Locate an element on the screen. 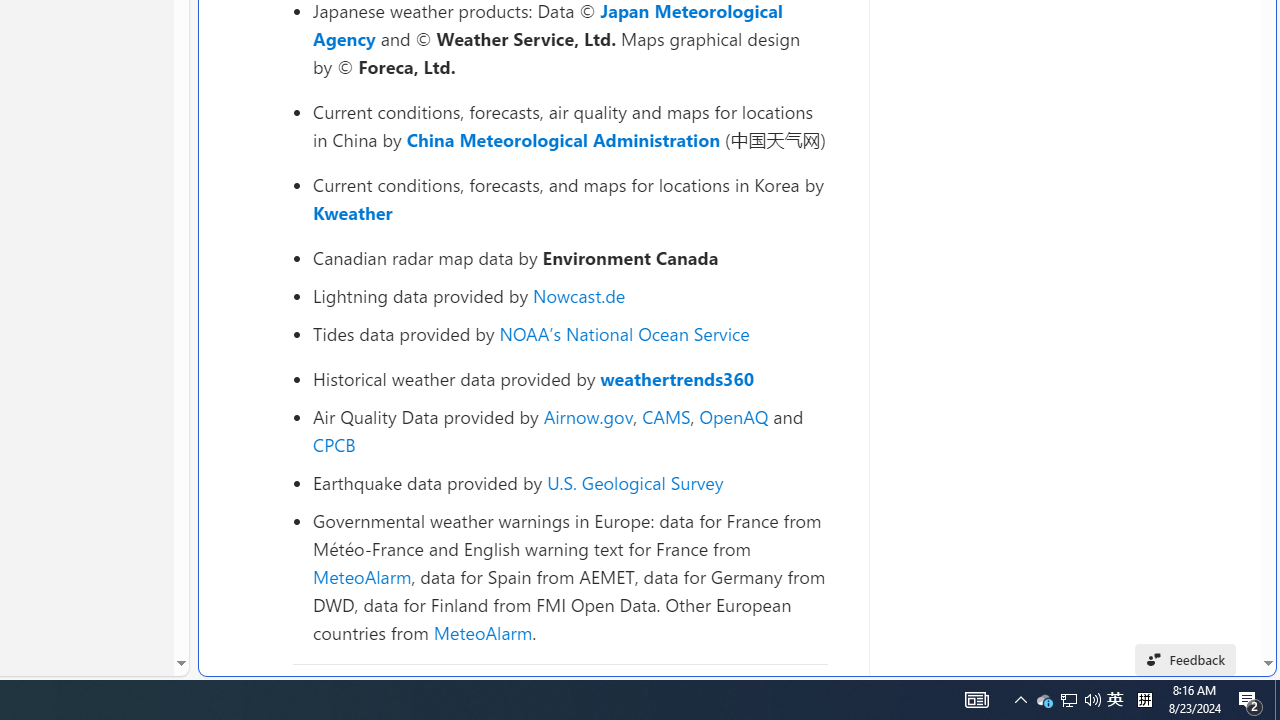  'Earthquake data provided by U.S. Geological Survey' is located at coordinates (569, 482).